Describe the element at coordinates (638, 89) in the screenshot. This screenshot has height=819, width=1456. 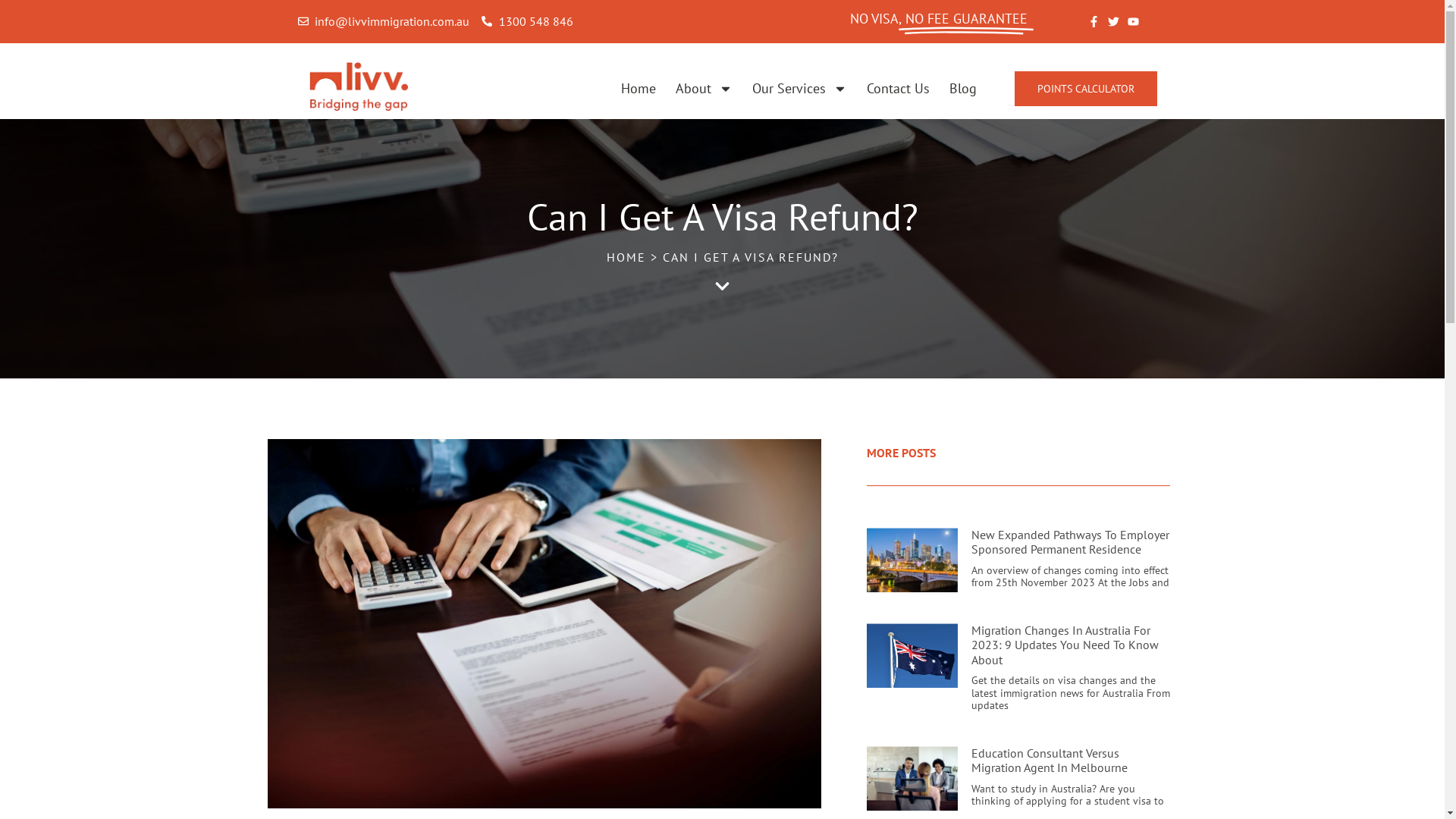
I see `'Home'` at that location.